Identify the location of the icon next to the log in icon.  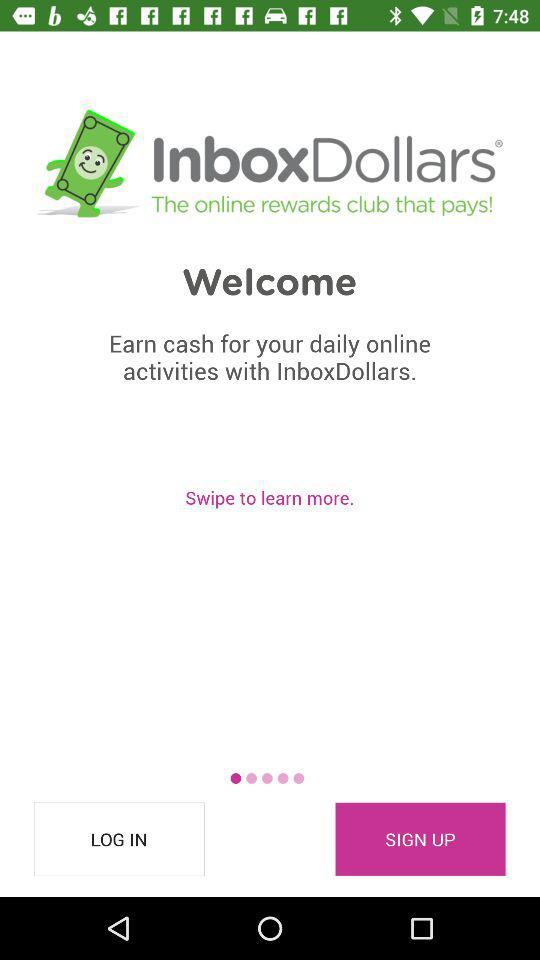
(419, 839).